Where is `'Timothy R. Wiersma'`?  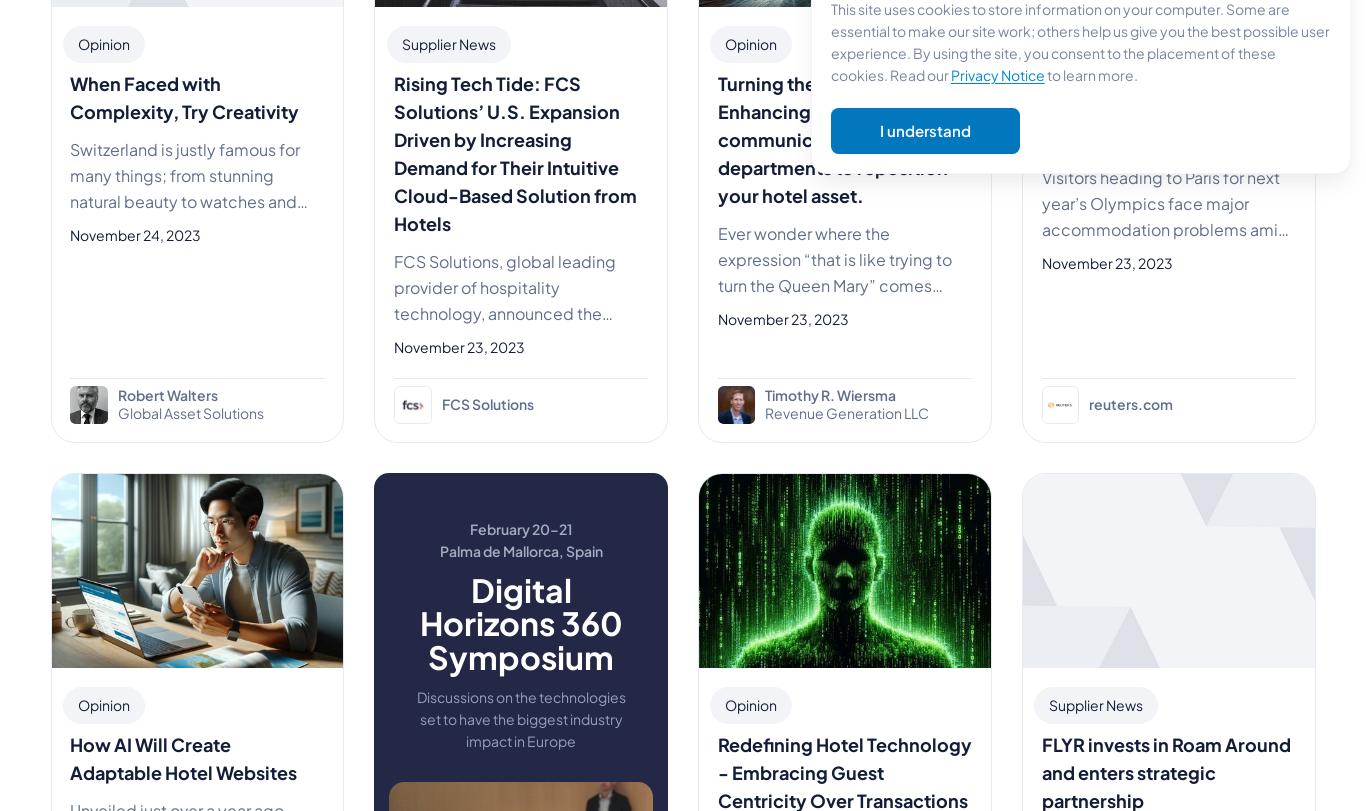
'Timothy R. Wiersma' is located at coordinates (829, 395).